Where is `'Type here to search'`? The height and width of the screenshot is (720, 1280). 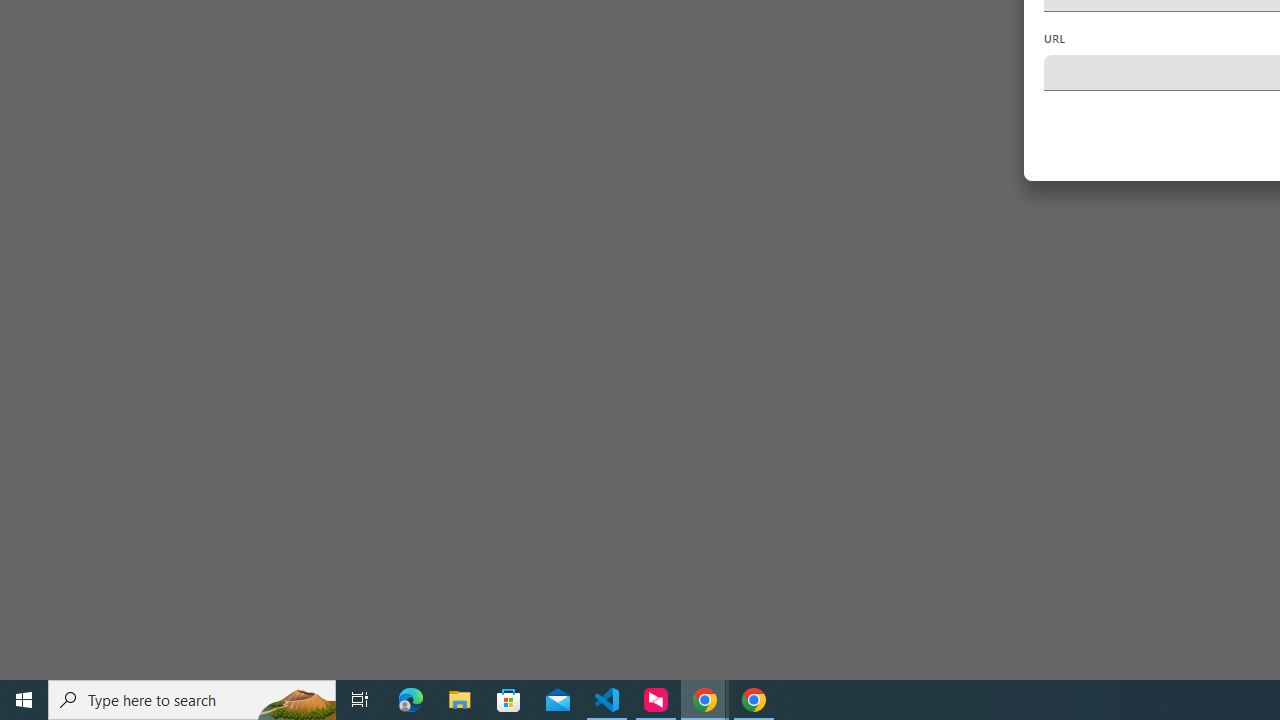
'Type here to search' is located at coordinates (192, 698).